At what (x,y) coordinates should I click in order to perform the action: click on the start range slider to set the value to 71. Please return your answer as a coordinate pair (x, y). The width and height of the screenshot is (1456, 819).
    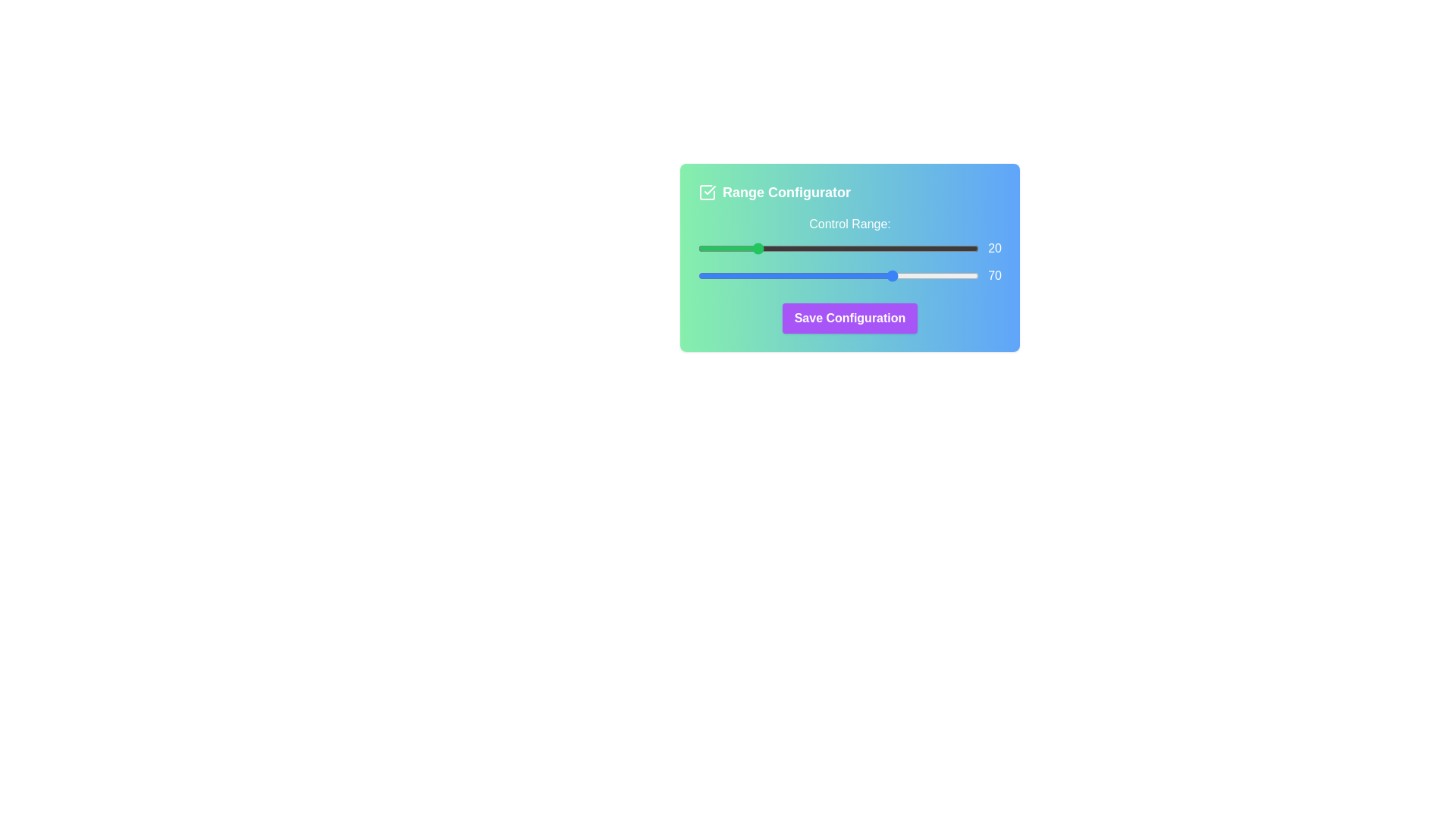
    Looking at the image, I should click on (897, 247).